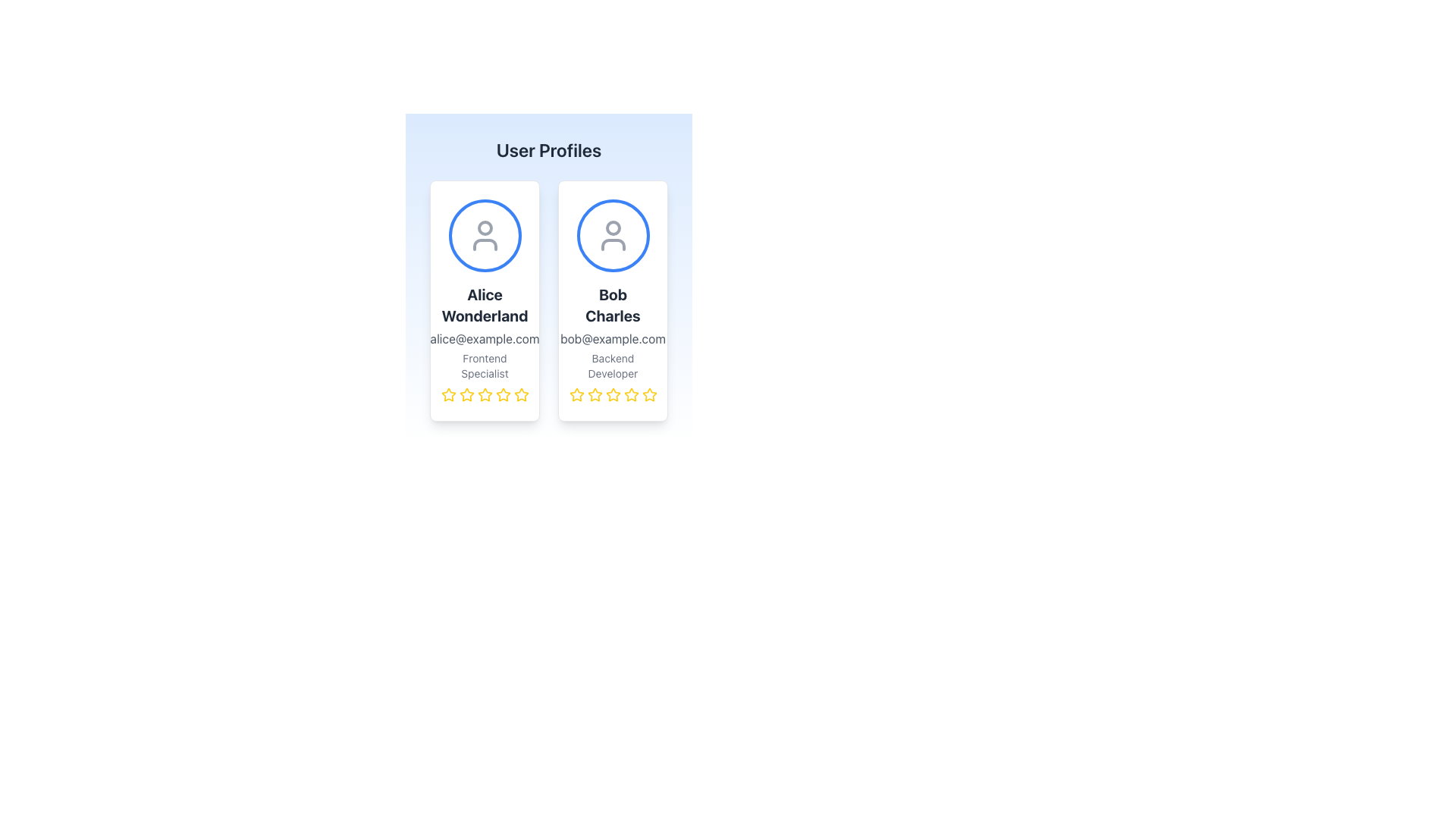  I want to click on the circular user avatar of 'Alice Wonderland', which is positioned at the top center of her card, so click(484, 236).